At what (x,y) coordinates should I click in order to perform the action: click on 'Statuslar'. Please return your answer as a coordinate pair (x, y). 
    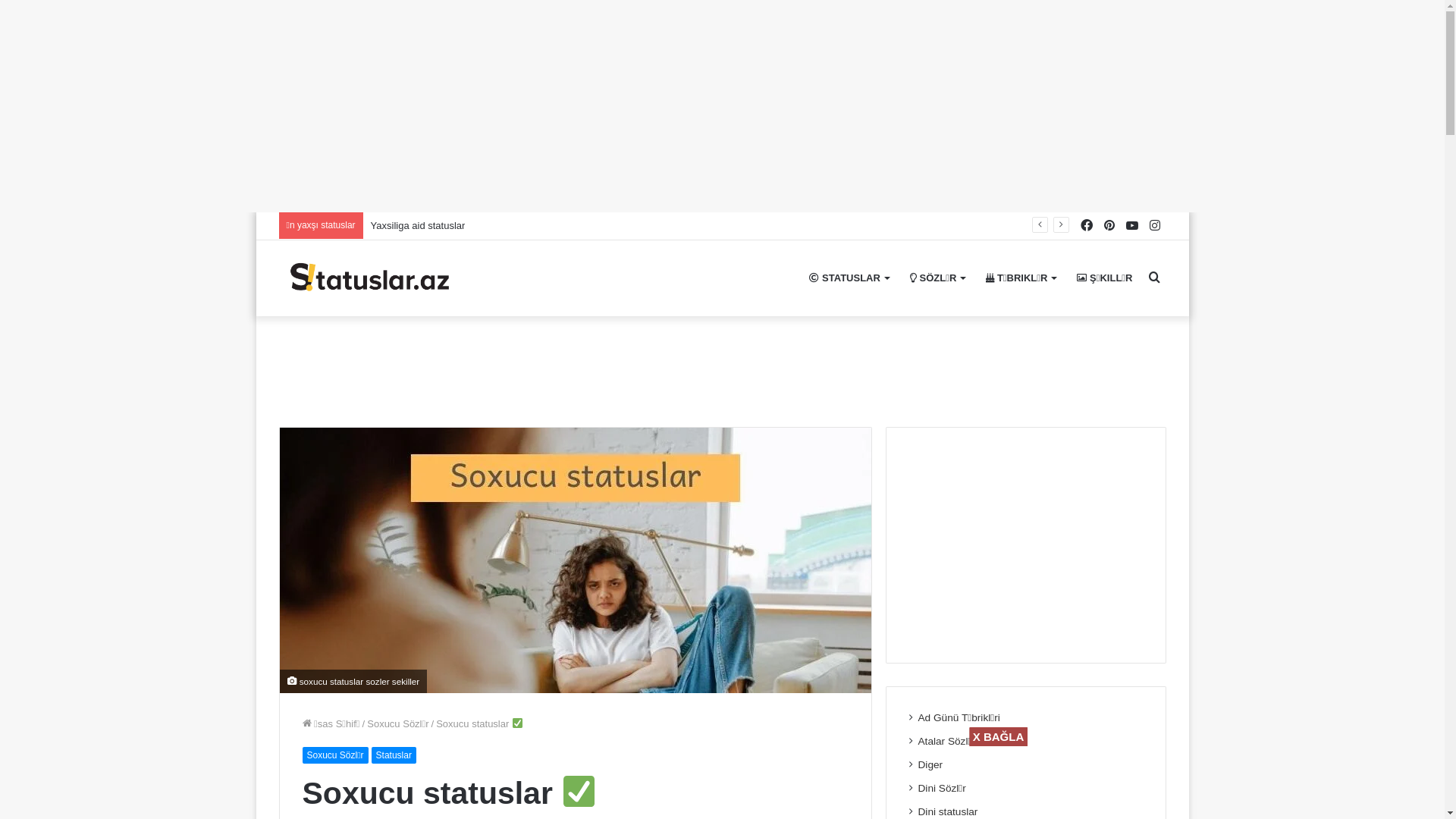
    Looking at the image, I should click on (371, 755).